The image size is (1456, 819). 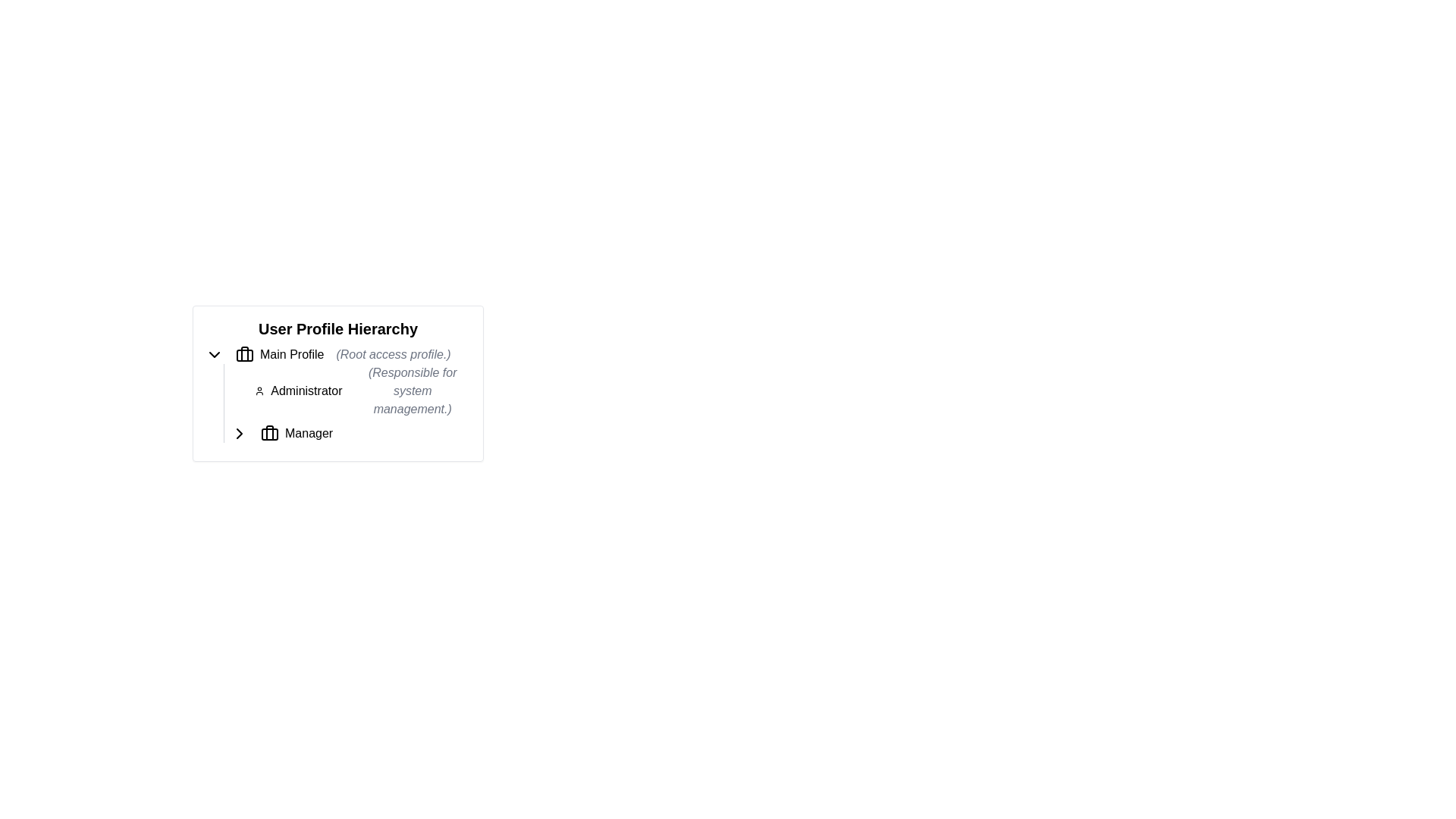 I want to click on label 'Main Profile' and its description '(Root access profile.)' for informational purposes from the first item in the 'User Profile Hierarchy' list, so click(x=337, y=354).